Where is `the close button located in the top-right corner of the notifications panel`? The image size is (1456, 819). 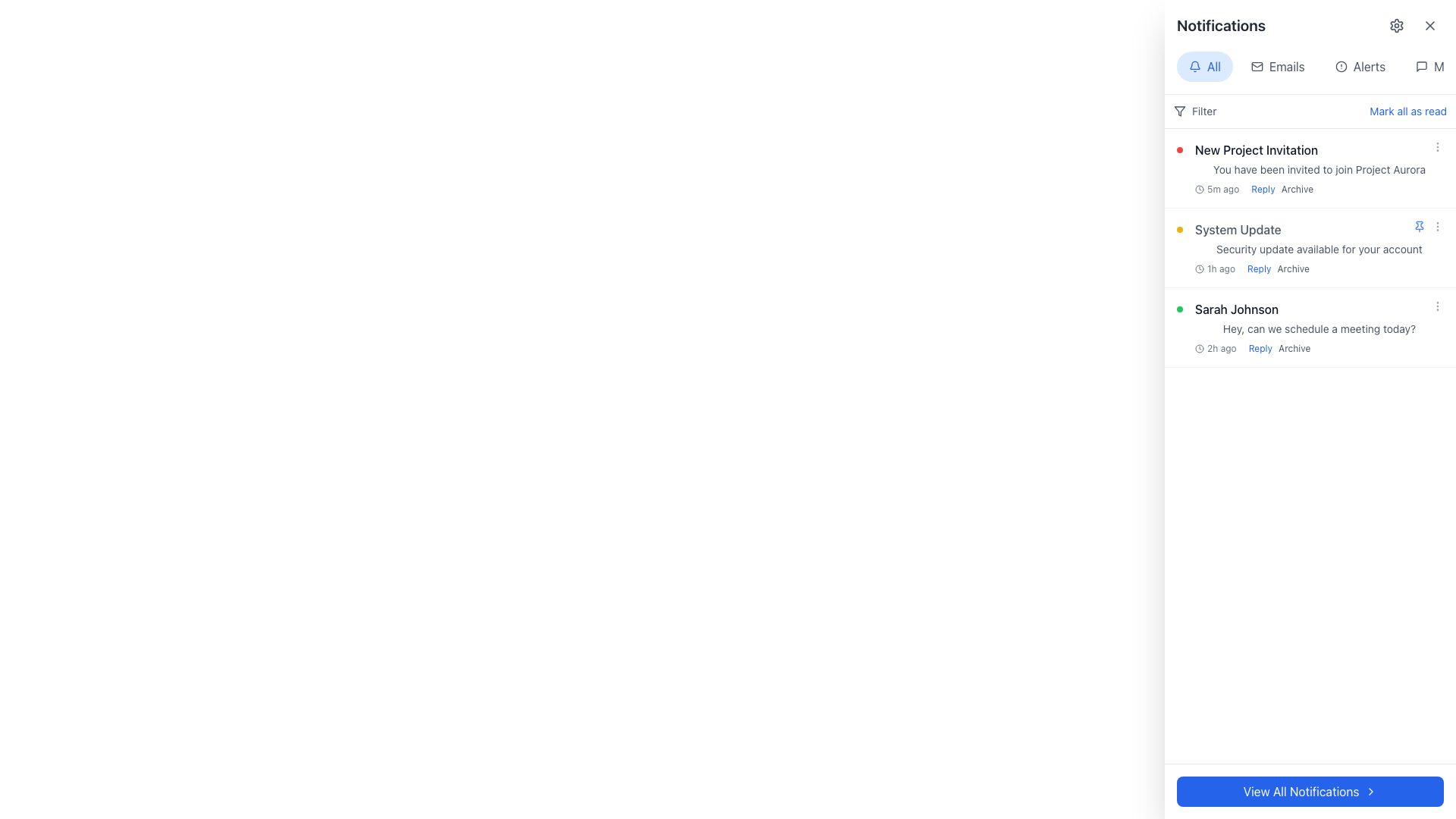 the close button located in the top-right corner of the notifications panel is located at coordinates (1429, 26).